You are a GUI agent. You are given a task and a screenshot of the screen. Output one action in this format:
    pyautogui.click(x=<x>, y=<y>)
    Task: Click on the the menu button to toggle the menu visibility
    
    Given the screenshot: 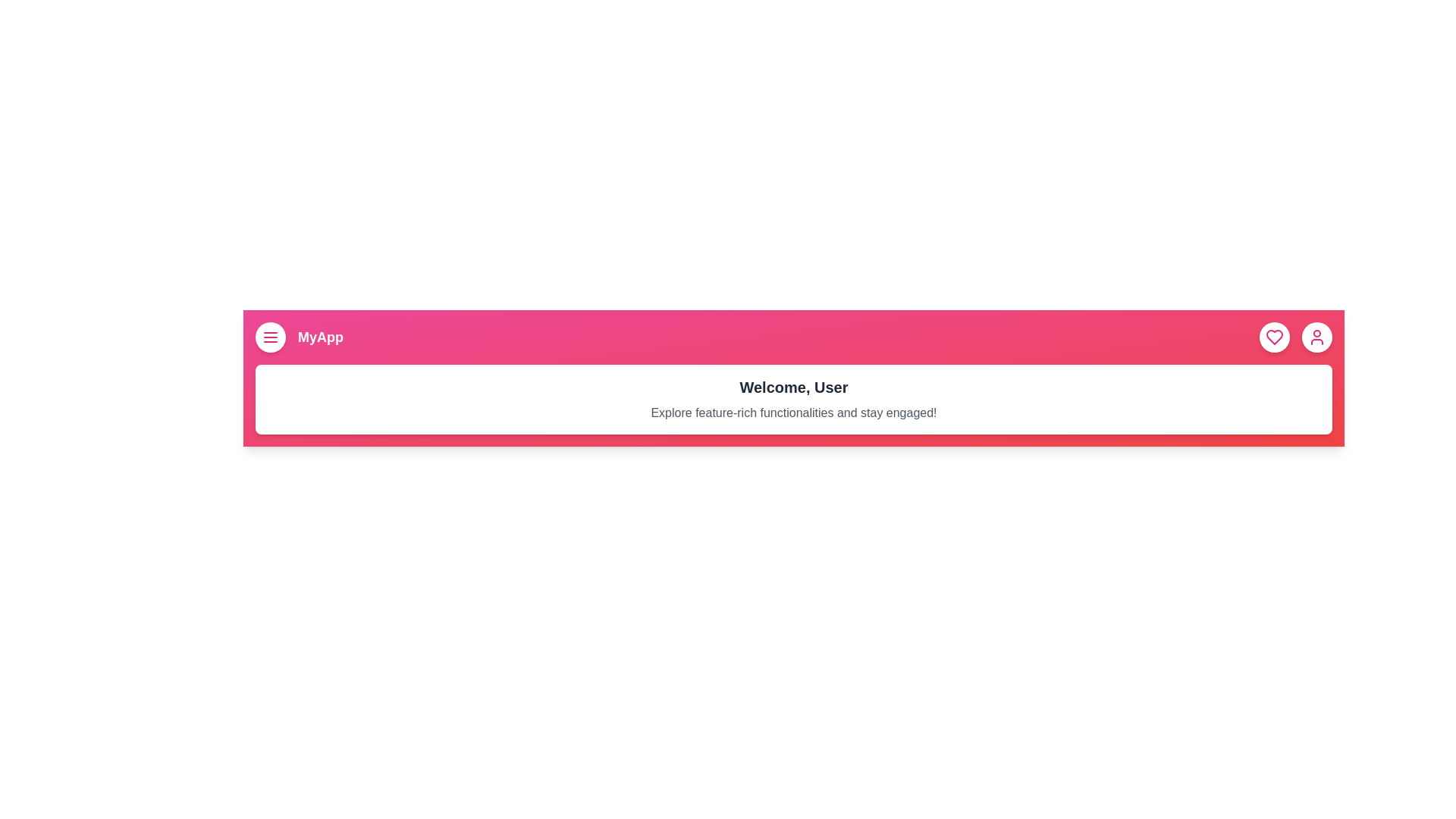 What is the action you would take?
    pyautogui.click(x=270, y=336)
    